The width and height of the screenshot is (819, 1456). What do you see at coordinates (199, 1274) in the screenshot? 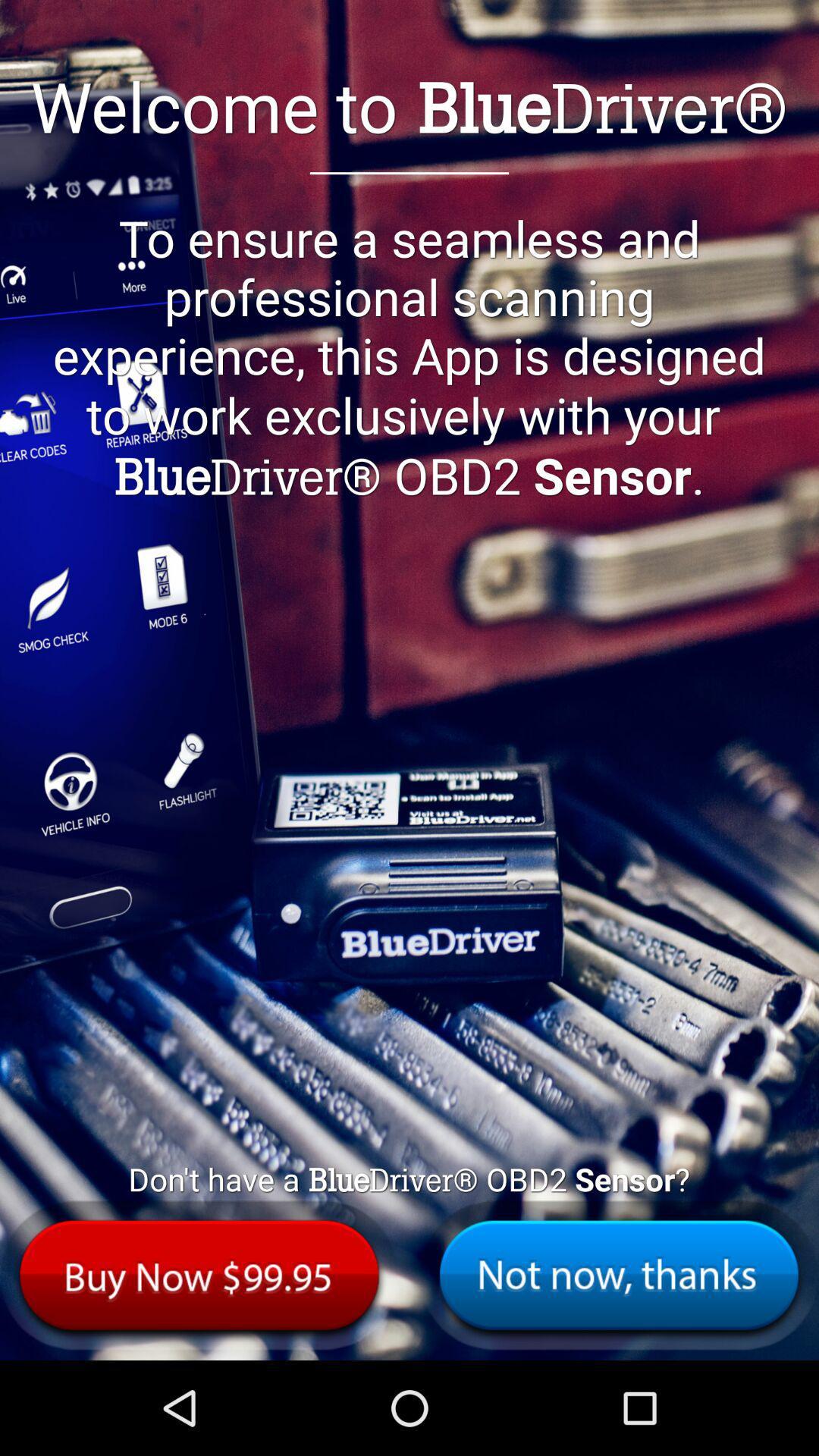
I see `buy now` at bounding box center [199, 1274].